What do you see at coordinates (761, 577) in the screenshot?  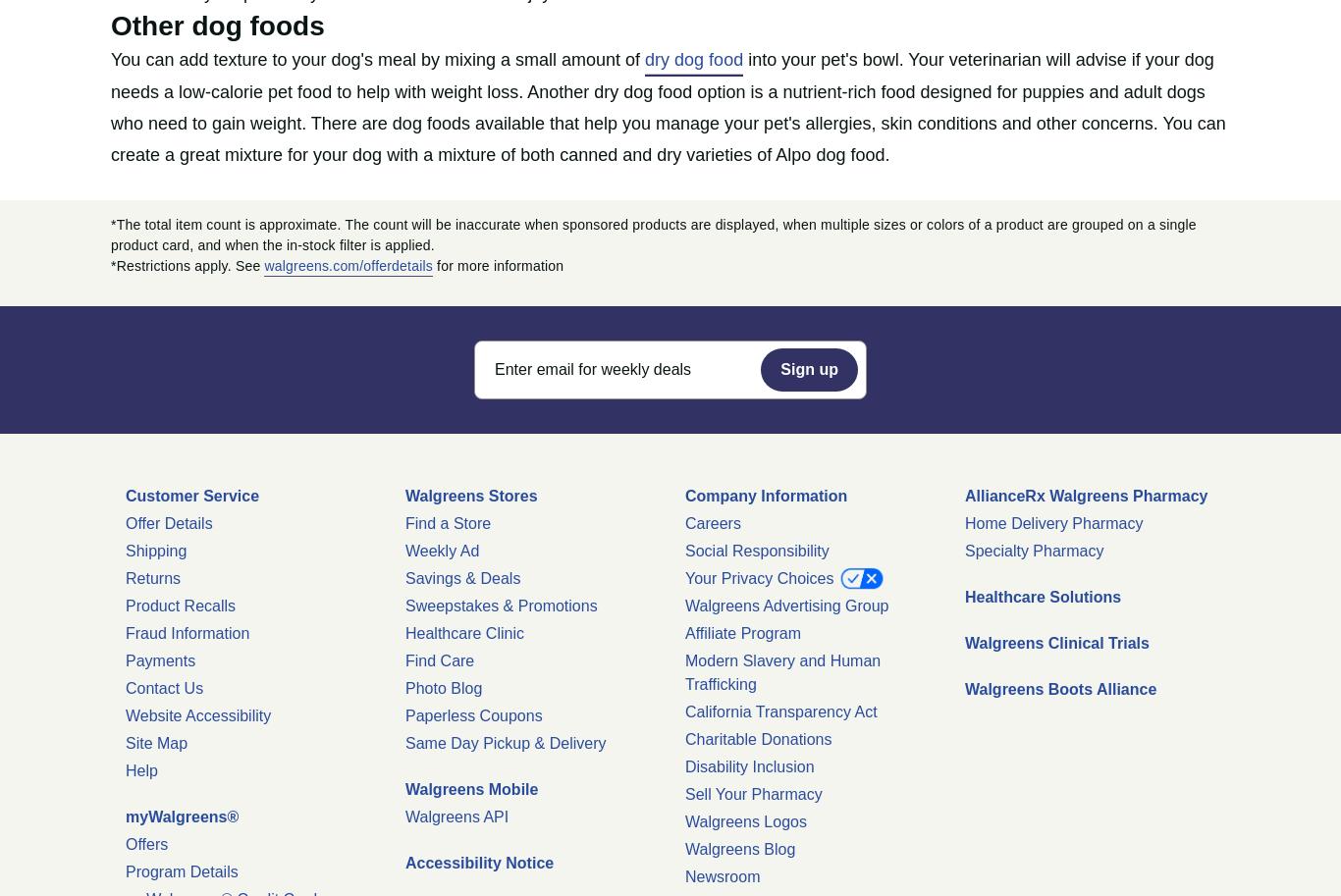 I see `'Your Privacy Choices'` at bounding box center [761, 577].